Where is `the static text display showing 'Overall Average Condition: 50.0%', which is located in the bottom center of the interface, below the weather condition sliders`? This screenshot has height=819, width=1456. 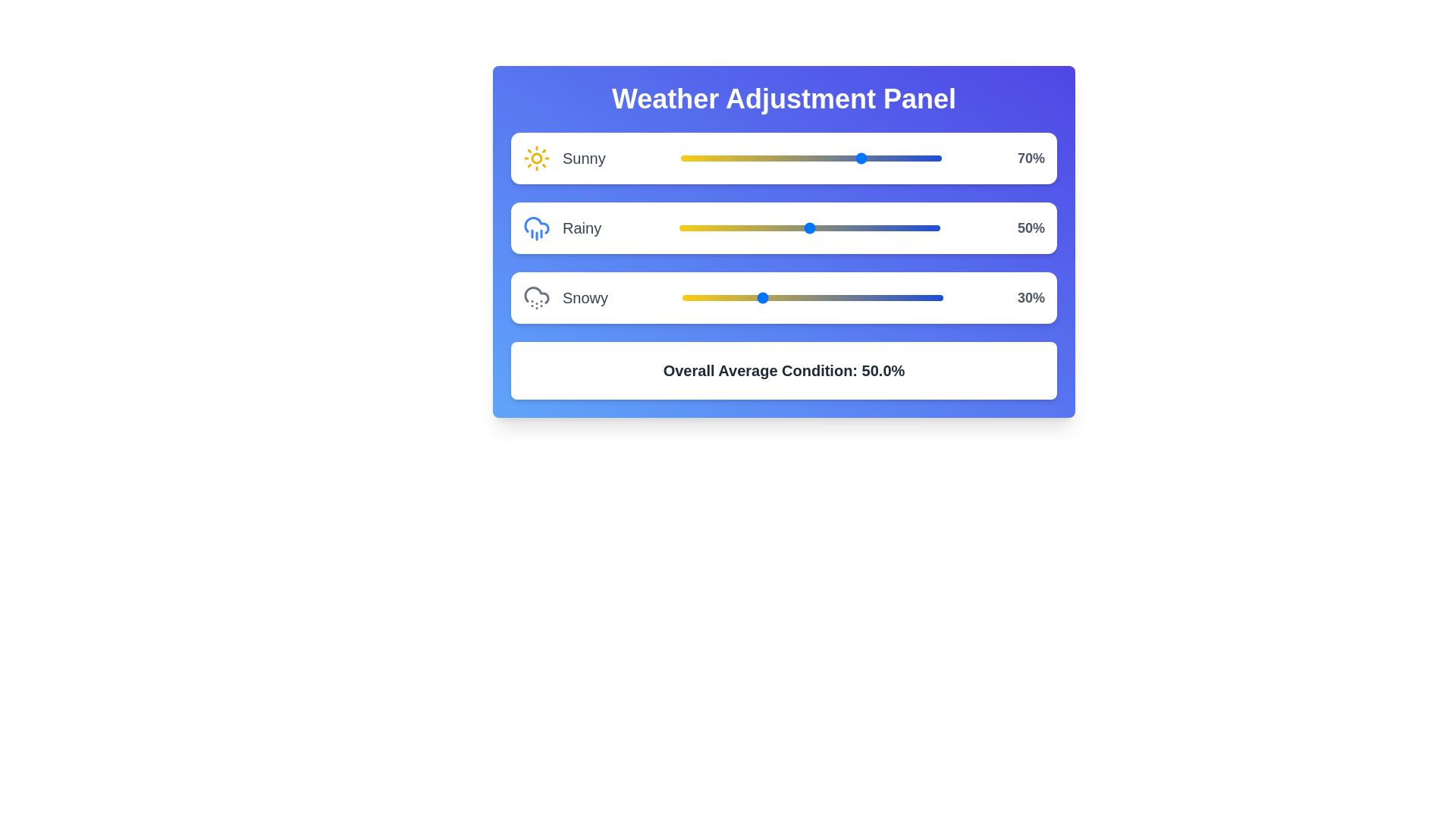 the static text display showing 'Overall Average Condition: 50.0%', which is located in the bottom center of the interface, below the weather condition sliders is located at coordinates (783, 371).